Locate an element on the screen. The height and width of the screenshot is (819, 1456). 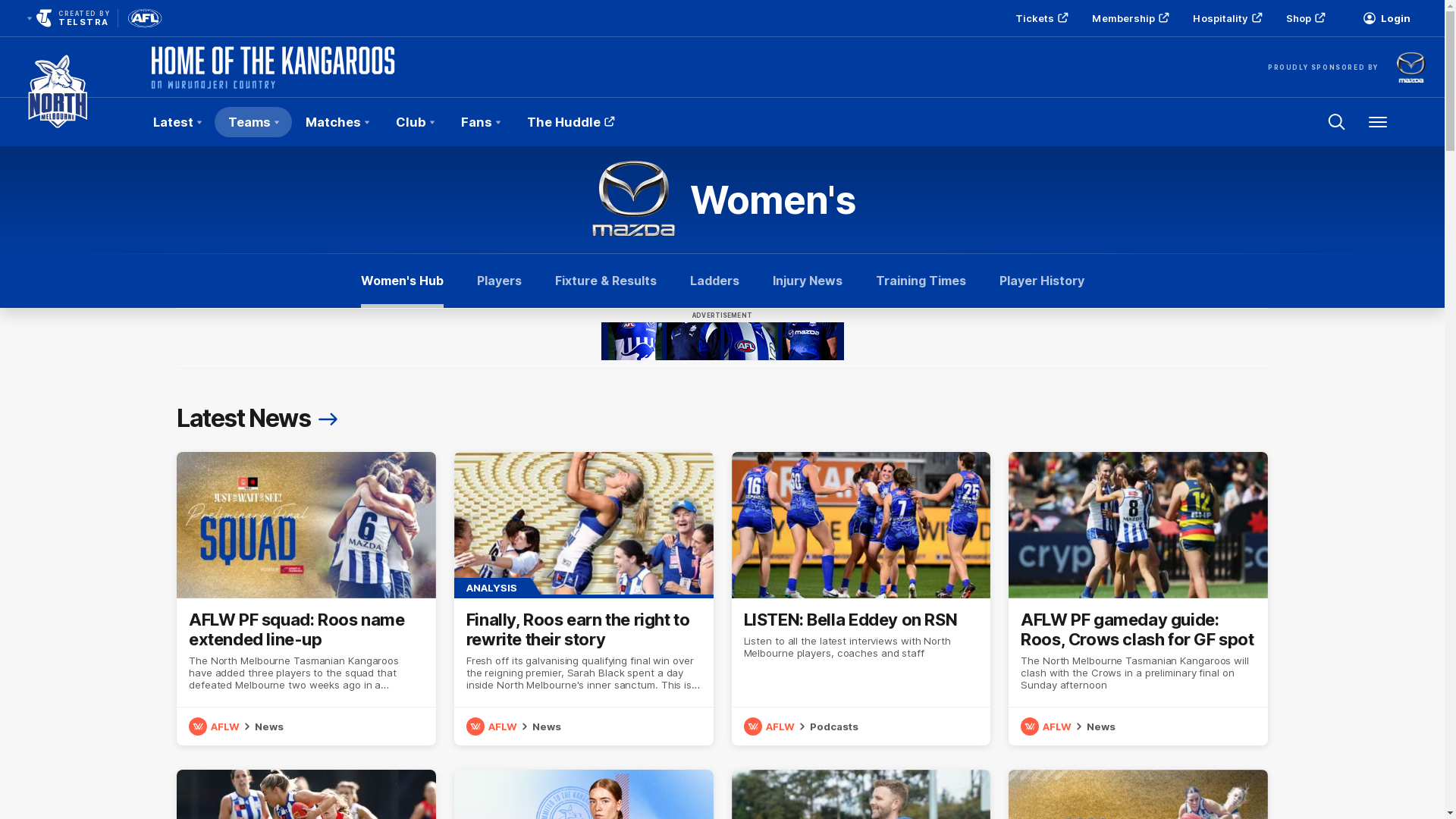
'Login' is located at coordinates (1386, 17).